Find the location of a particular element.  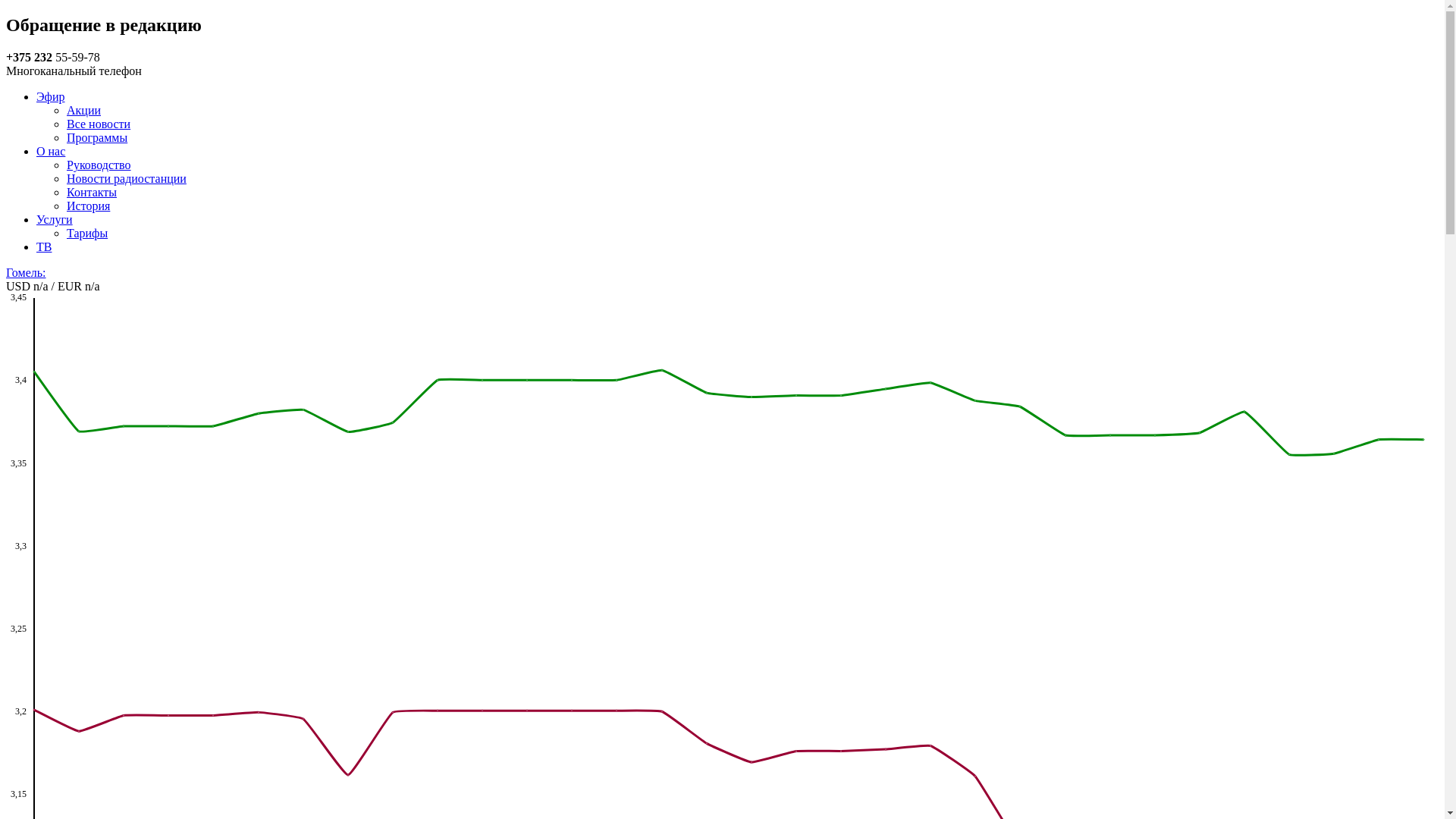

'USD n/a / EUR n/a' is located at coordinates (6, 286).